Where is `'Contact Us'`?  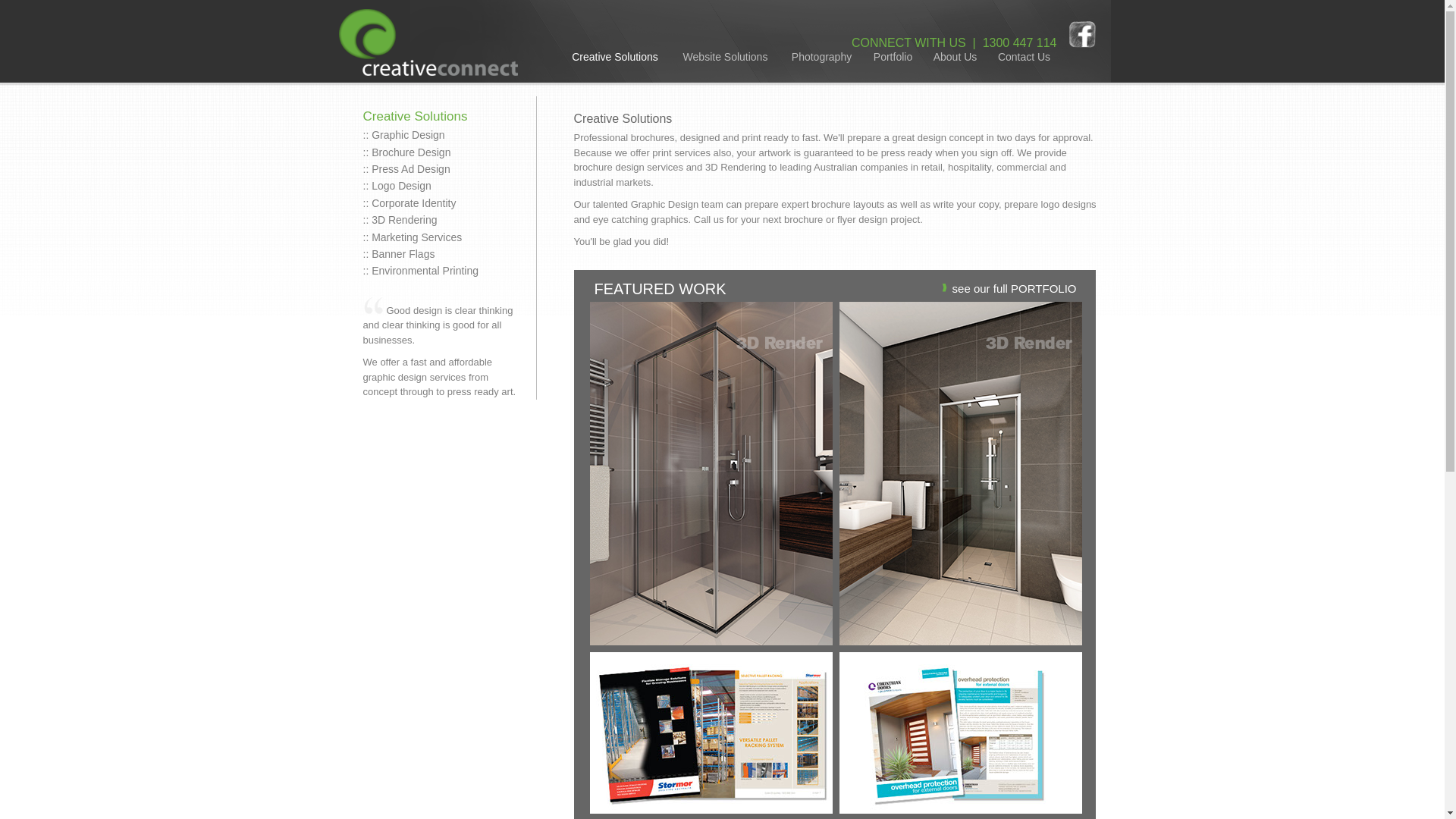 'Contact Us' is located at coordinates (1025, 57).